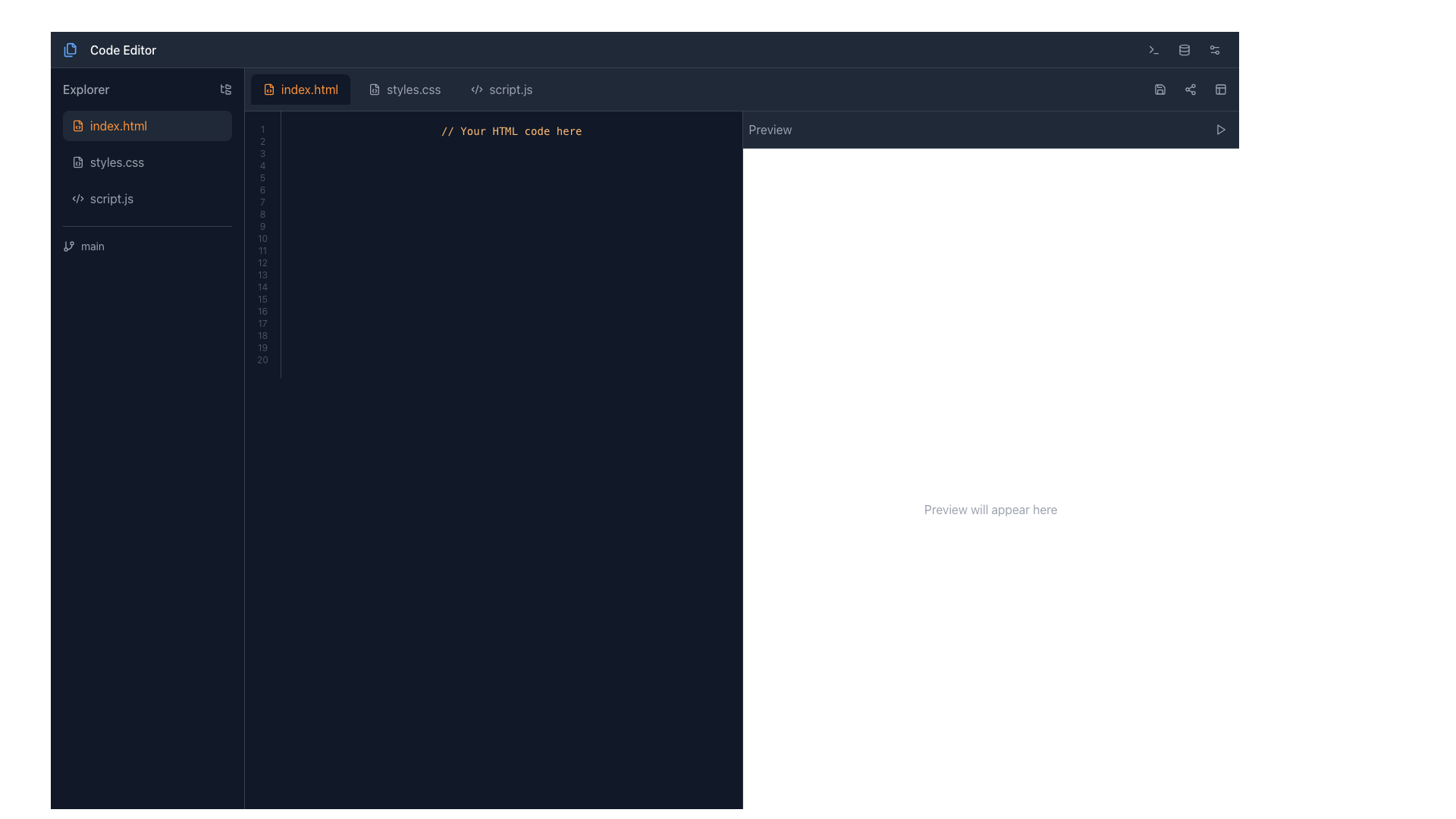 This screenshot has height=819, width=1456. Describe the element at coordinates (77, 198) in the screenshot. I see `the XML code-like icon representing the 'script.js' file in the sidebar` at that location.